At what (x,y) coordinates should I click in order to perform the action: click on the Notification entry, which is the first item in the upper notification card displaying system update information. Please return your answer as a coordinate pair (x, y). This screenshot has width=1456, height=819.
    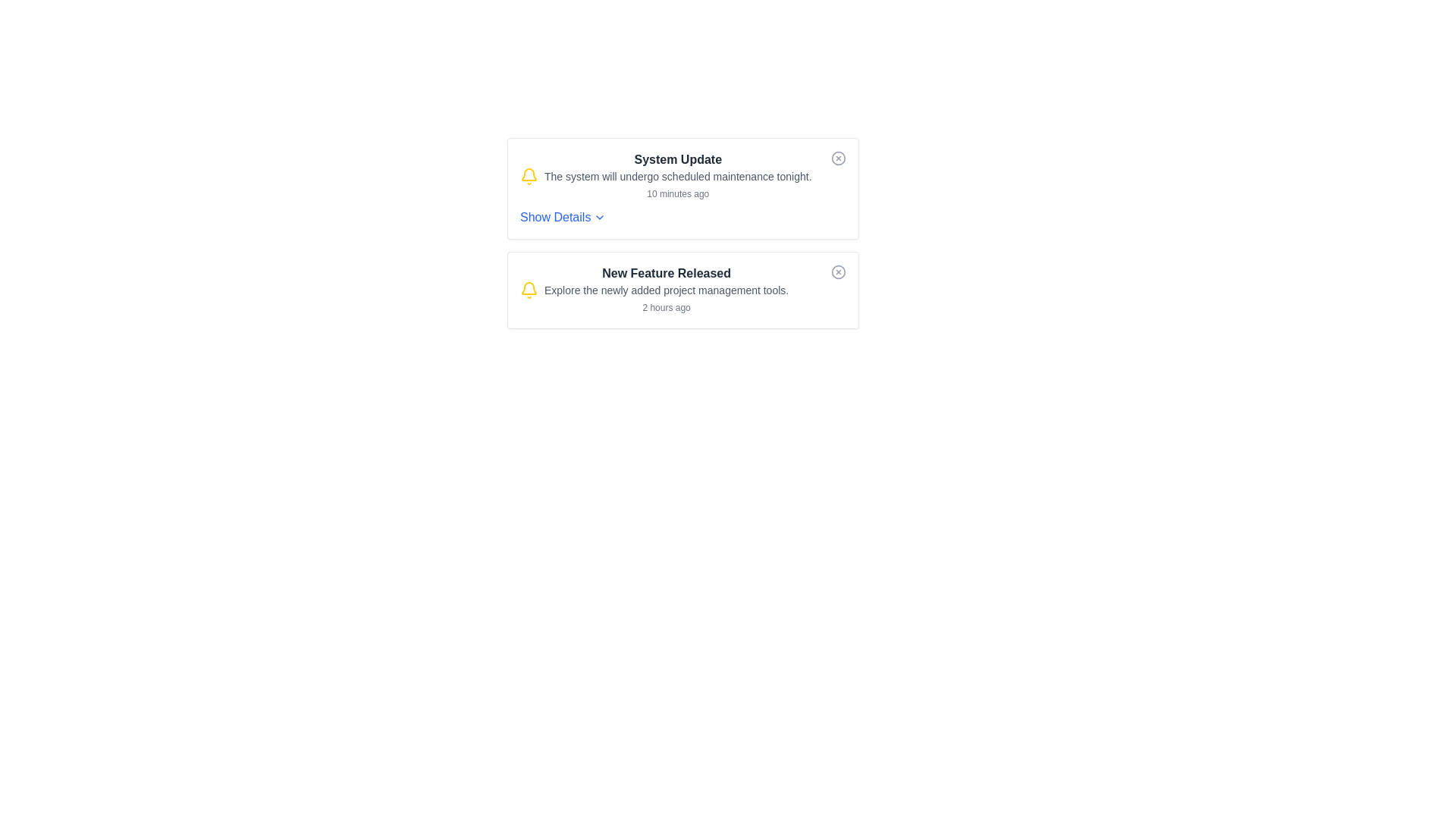
    Looking at the image, I should click on (666, 175).